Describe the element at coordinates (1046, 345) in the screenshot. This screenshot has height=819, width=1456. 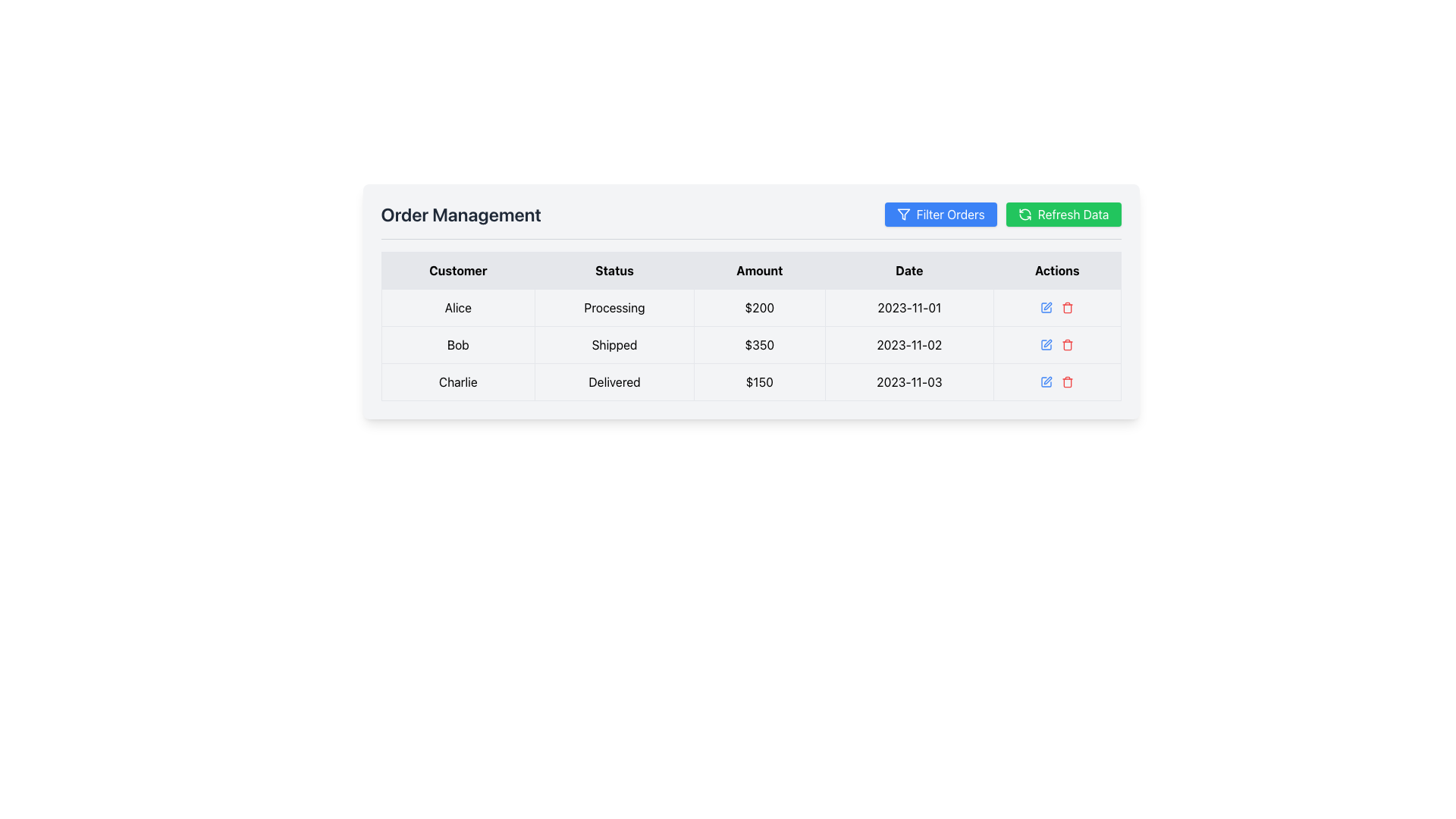
I see `the edit icon located in the 'Actions' column of the second row of the data table` at that location.